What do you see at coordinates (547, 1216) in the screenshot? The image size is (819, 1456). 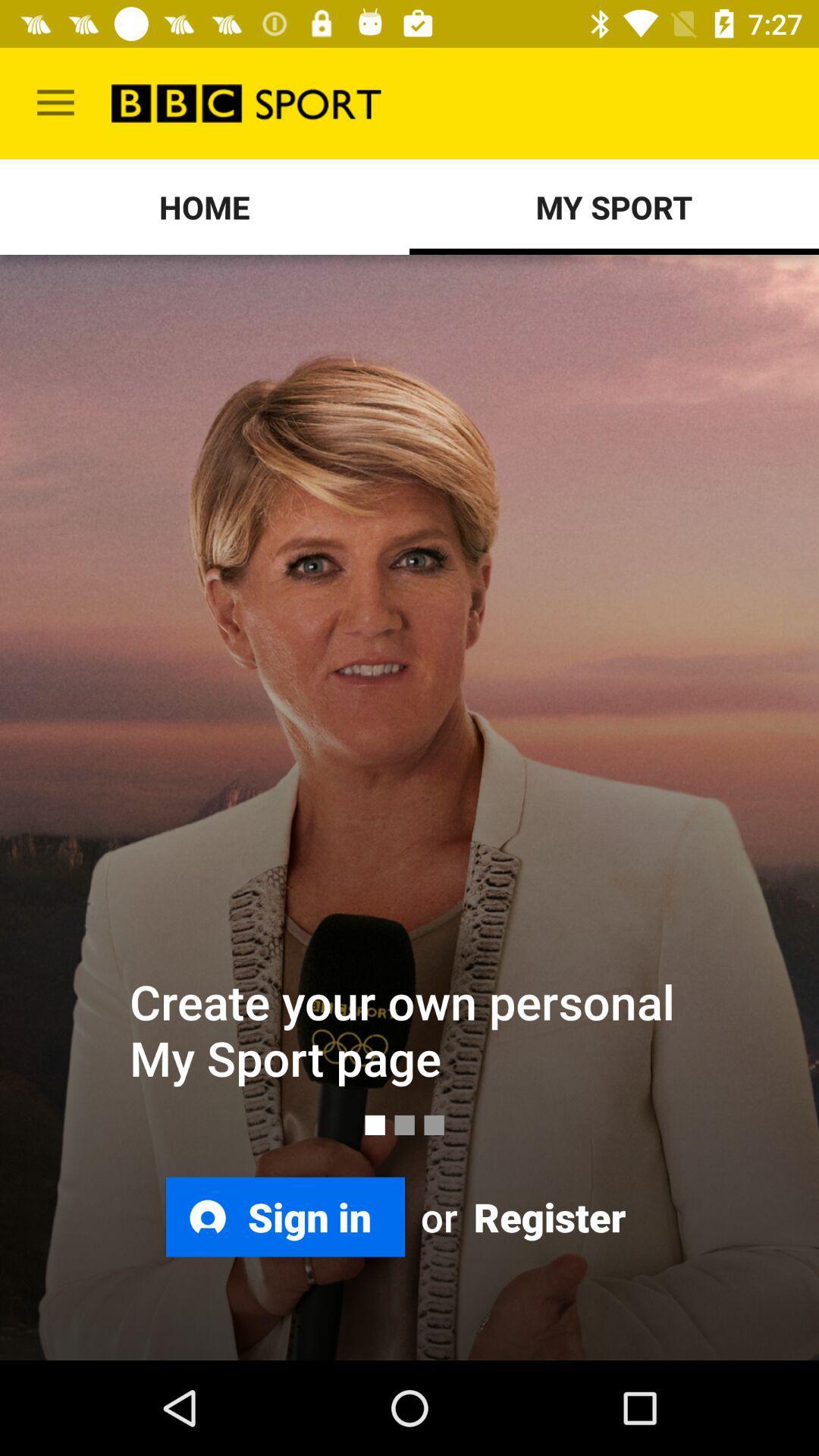 I see `the register item` at bounding box center [547, 1216].